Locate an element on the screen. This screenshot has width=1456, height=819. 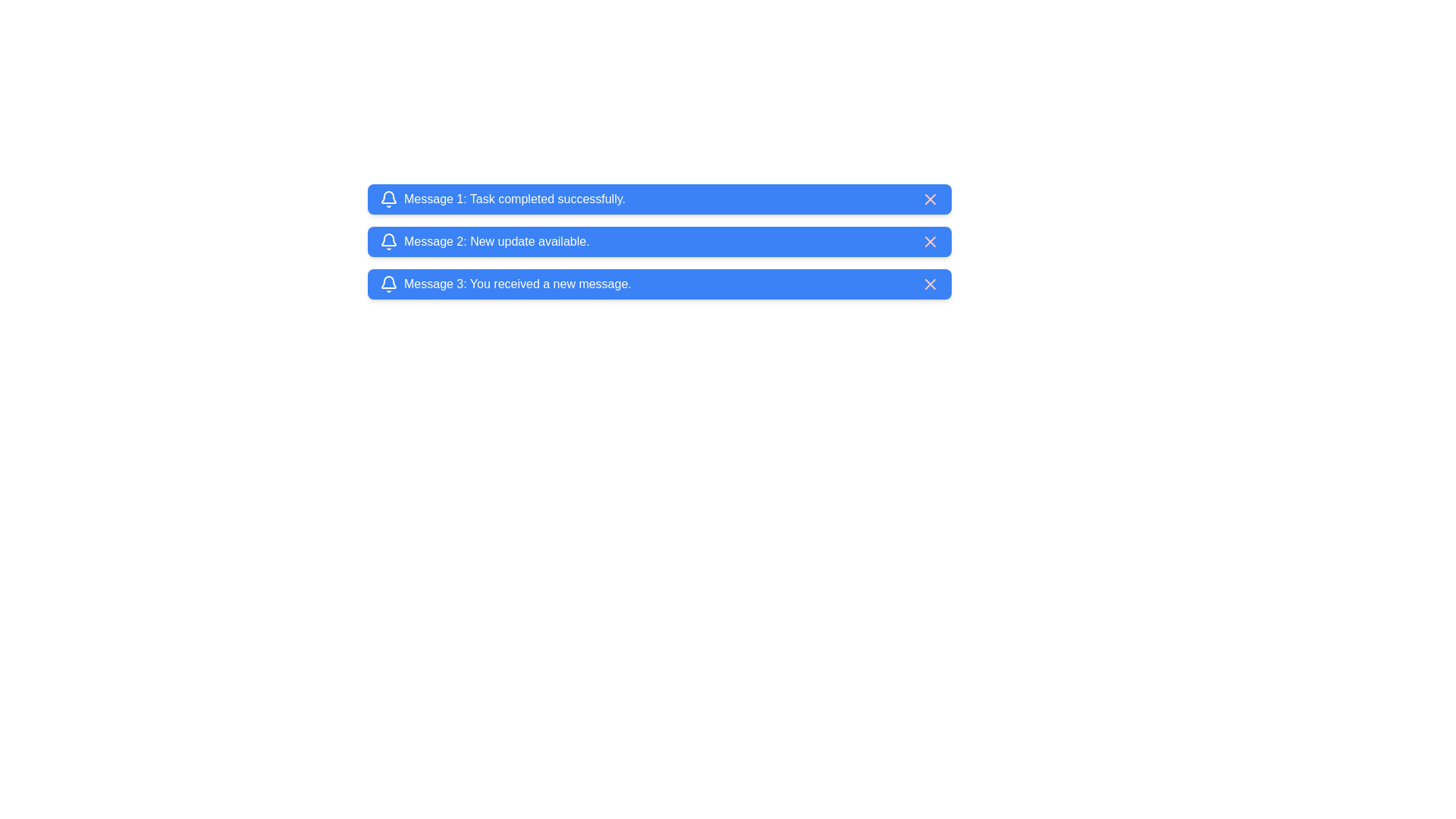
the Close button icon located at the rightmost end of the top notification banner is located at coordinates (930, 198).